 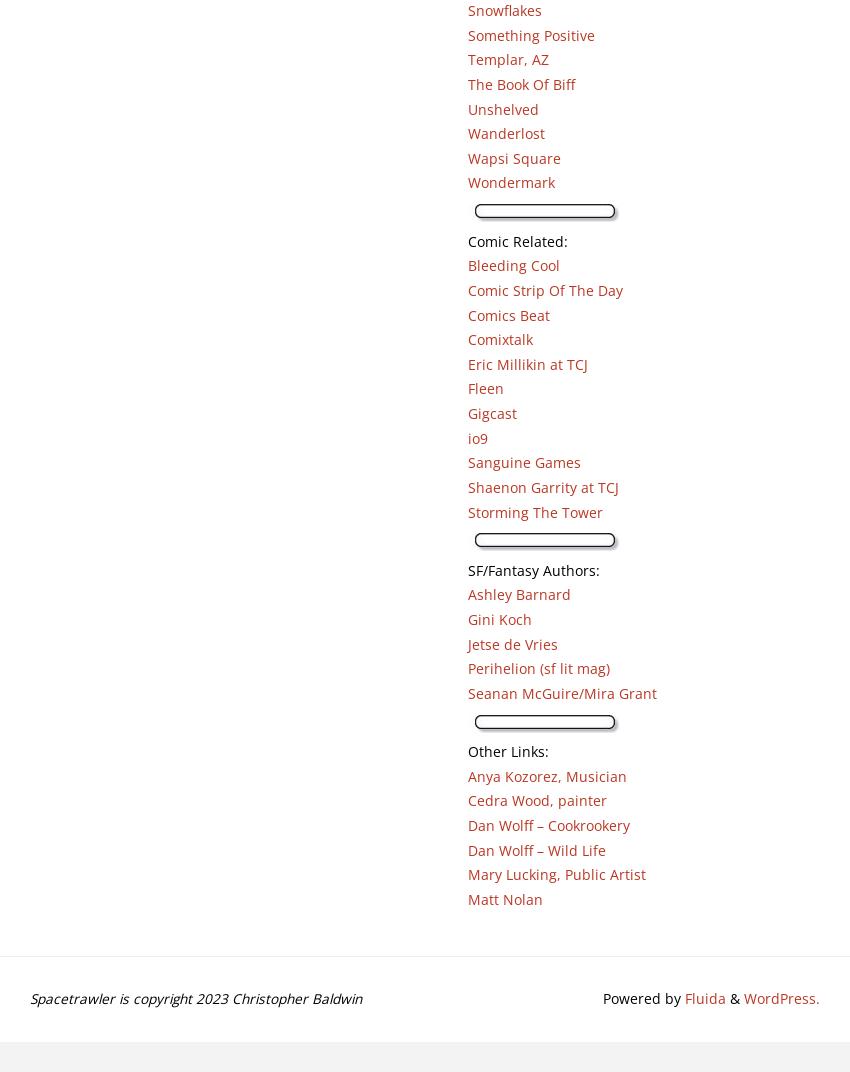 I want to click on 'Sanguine Games', so click(x=522, y=461).